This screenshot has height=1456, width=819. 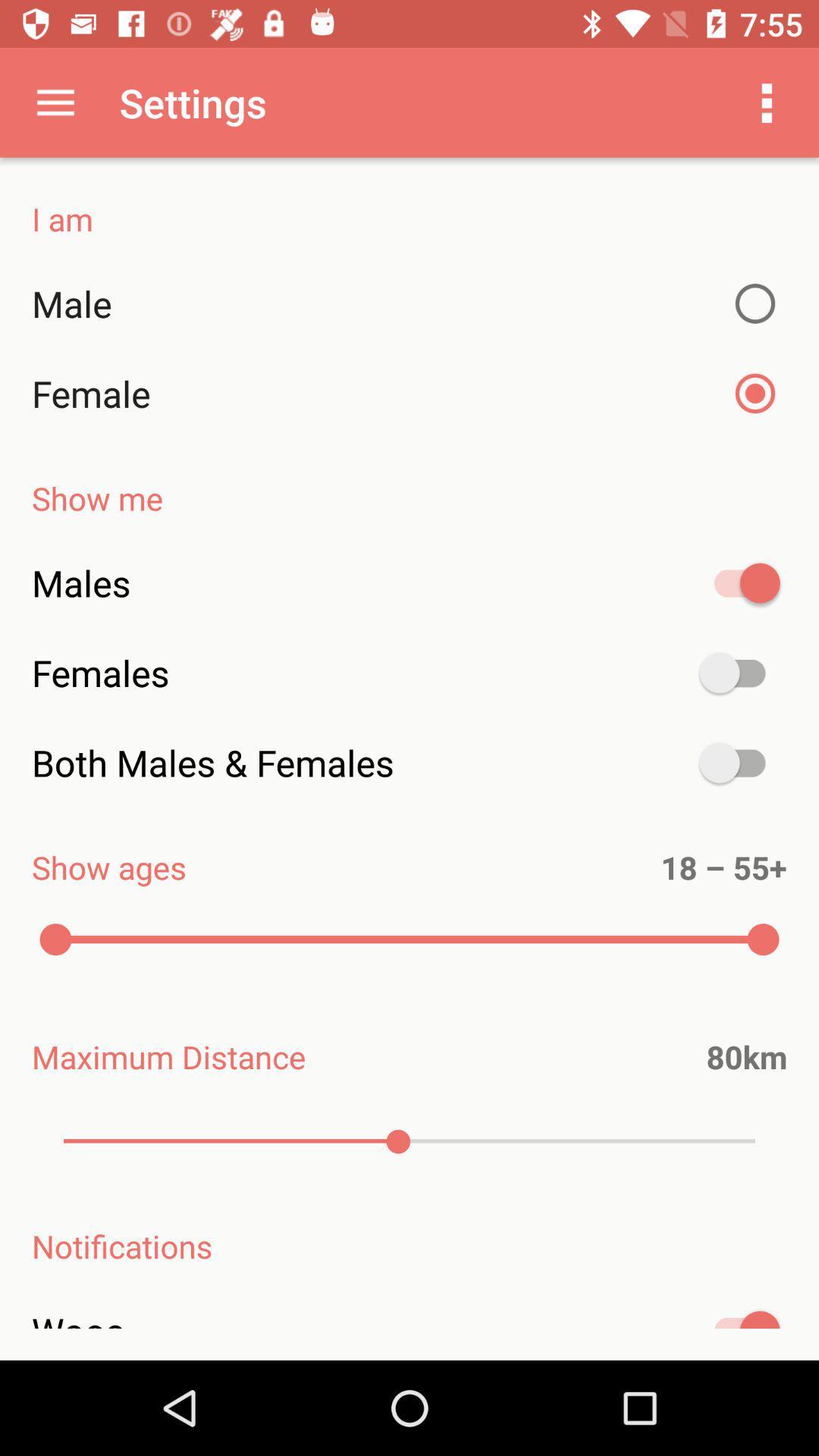 What do you see at coordinates (409, 303) in the screenshot?
I see `the male icon` at bounding box center [409, 303].